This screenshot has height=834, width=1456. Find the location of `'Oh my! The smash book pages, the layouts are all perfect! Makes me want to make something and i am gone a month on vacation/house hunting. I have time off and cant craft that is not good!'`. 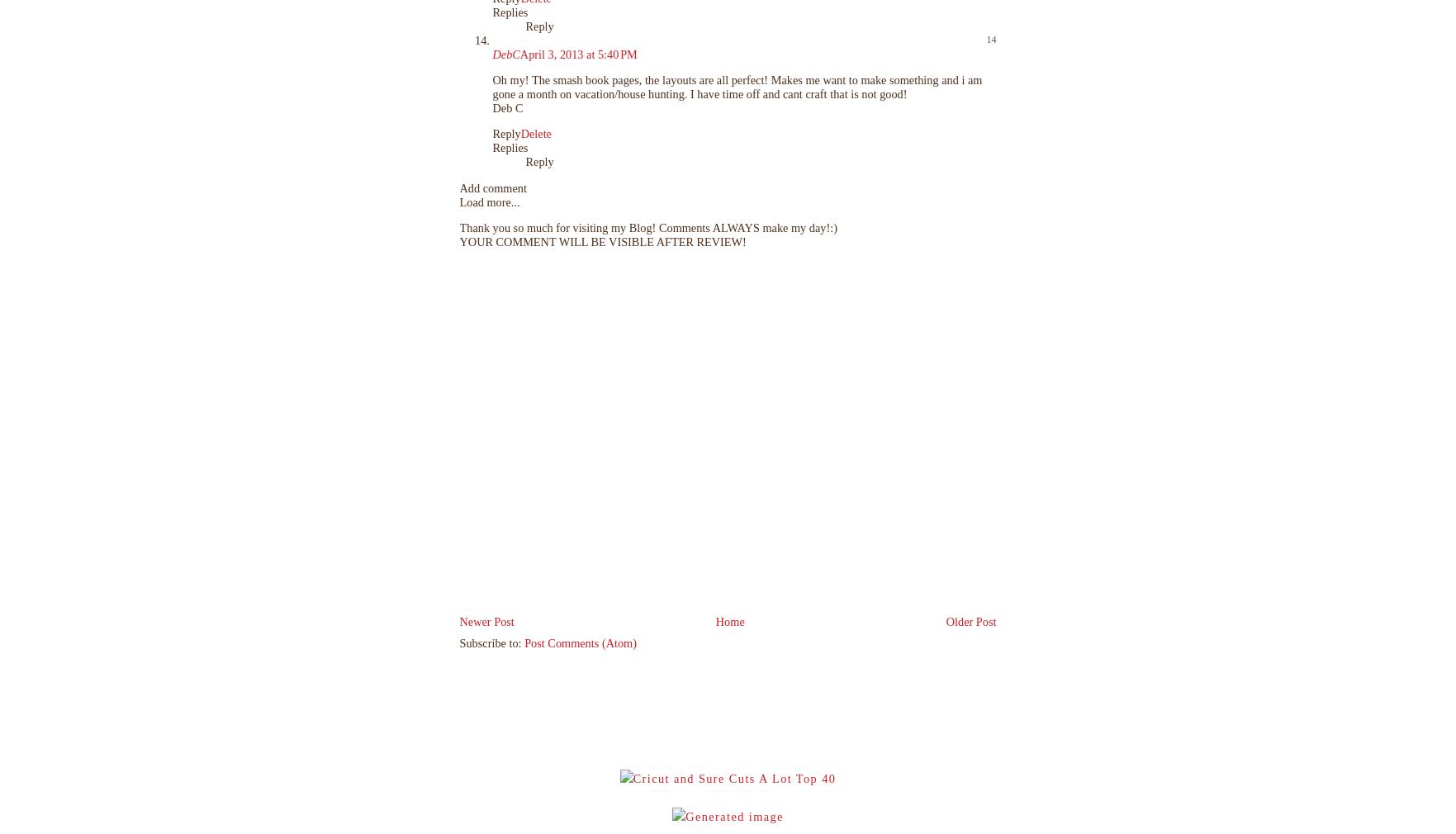

'Oh my! The smash book pages, the layouts are all perfect! Makes me want to make something and i am gone a month on vacation/house hunting. I have time off and cant craft that is not good!' is located at coordinates (736, 86).